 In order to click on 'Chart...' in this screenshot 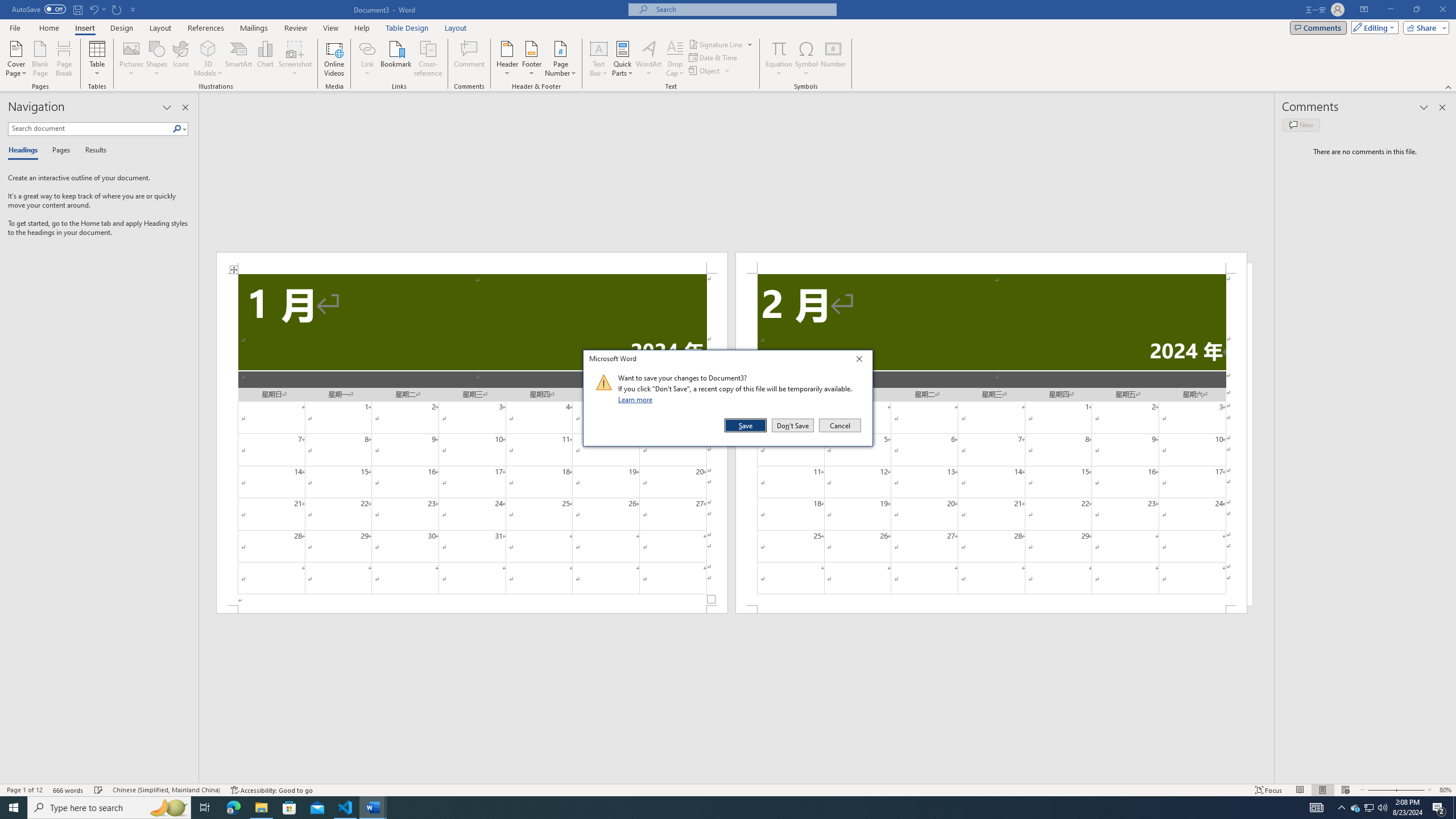, I will do `click(265, 59)`.